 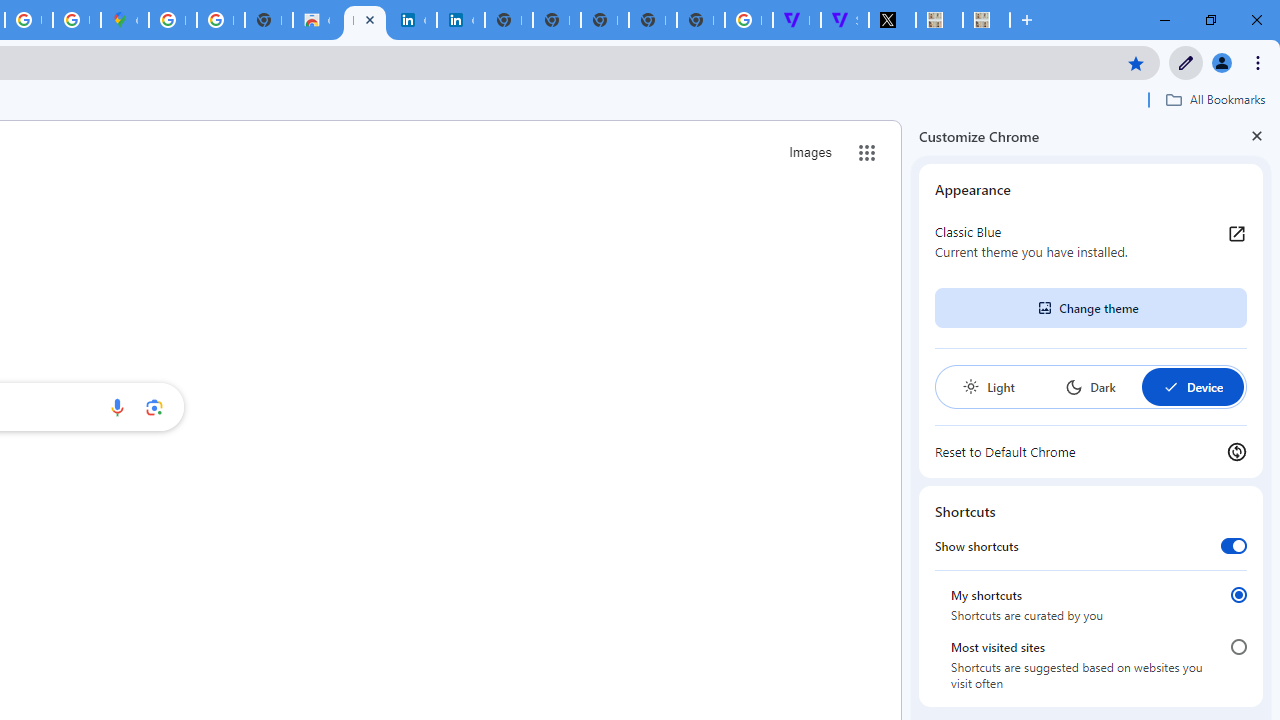 I want to click on 'Classic Blue Current theme you have installed.', so click(x=1090, y=240).